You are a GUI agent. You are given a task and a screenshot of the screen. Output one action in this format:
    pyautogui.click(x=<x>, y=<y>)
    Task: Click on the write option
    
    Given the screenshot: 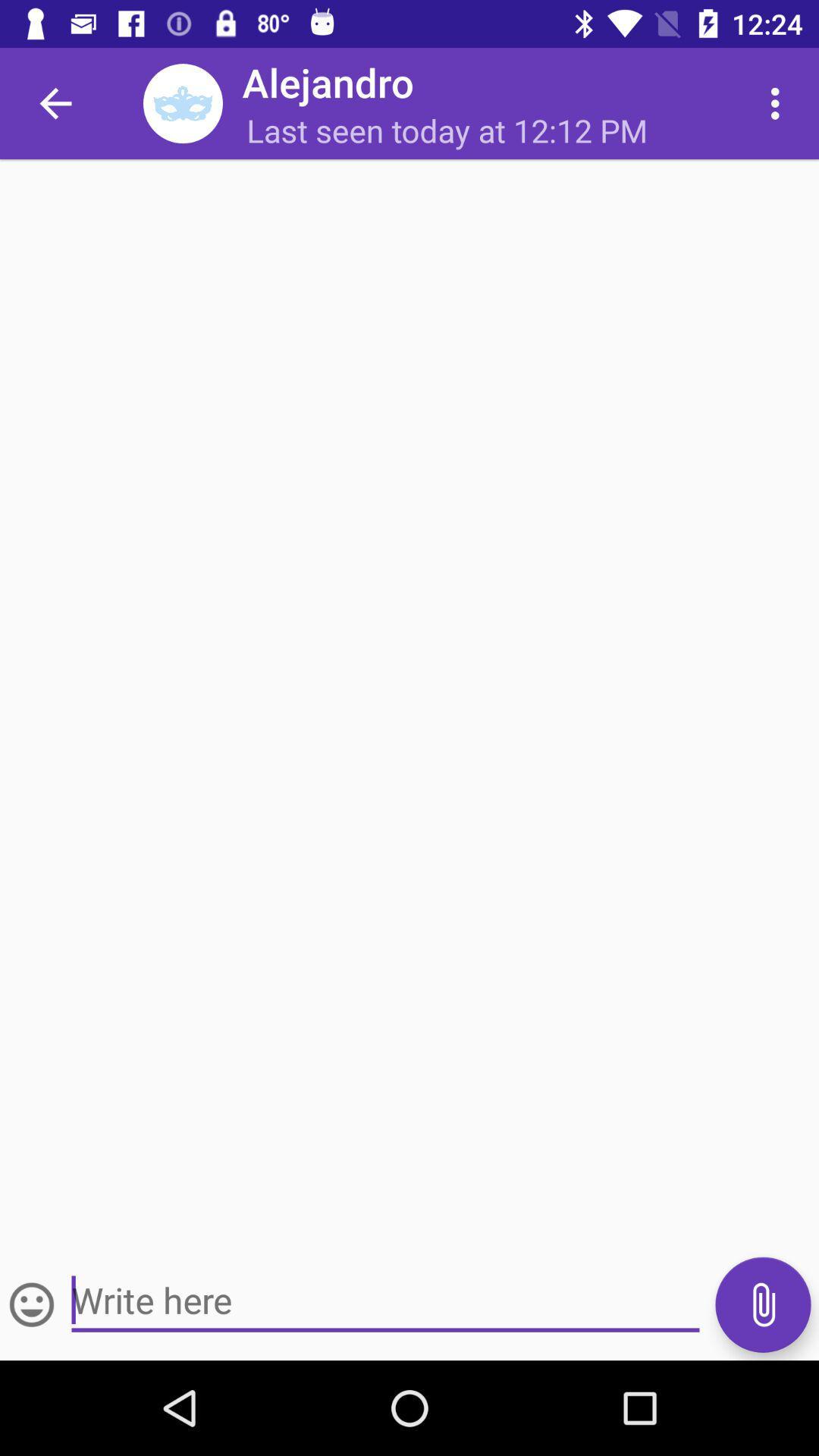 What is the action you would take?
    pyautogui.click(x=32, y=1304)
    